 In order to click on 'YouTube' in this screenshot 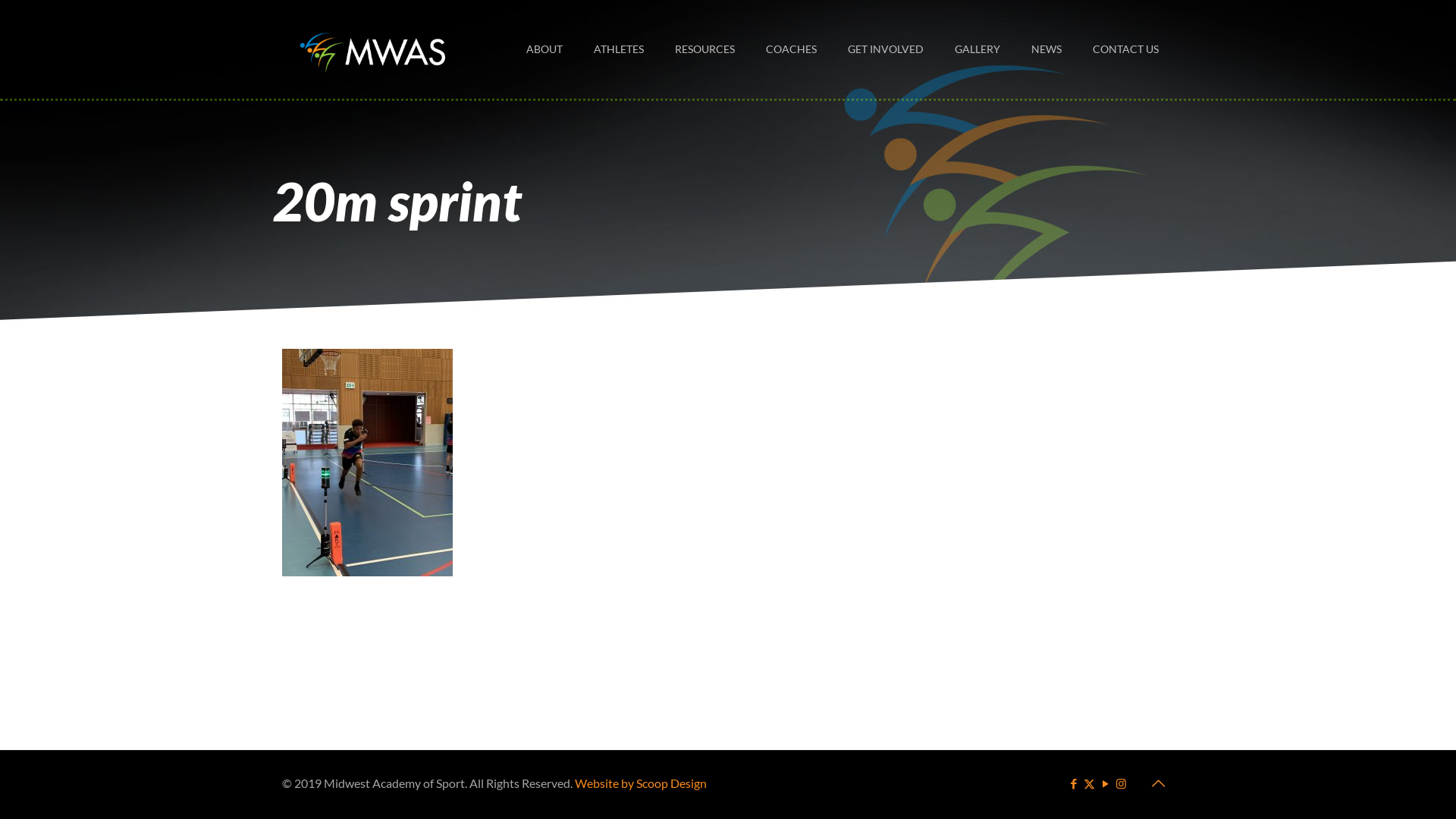, I will do `click(1105, 783)`.